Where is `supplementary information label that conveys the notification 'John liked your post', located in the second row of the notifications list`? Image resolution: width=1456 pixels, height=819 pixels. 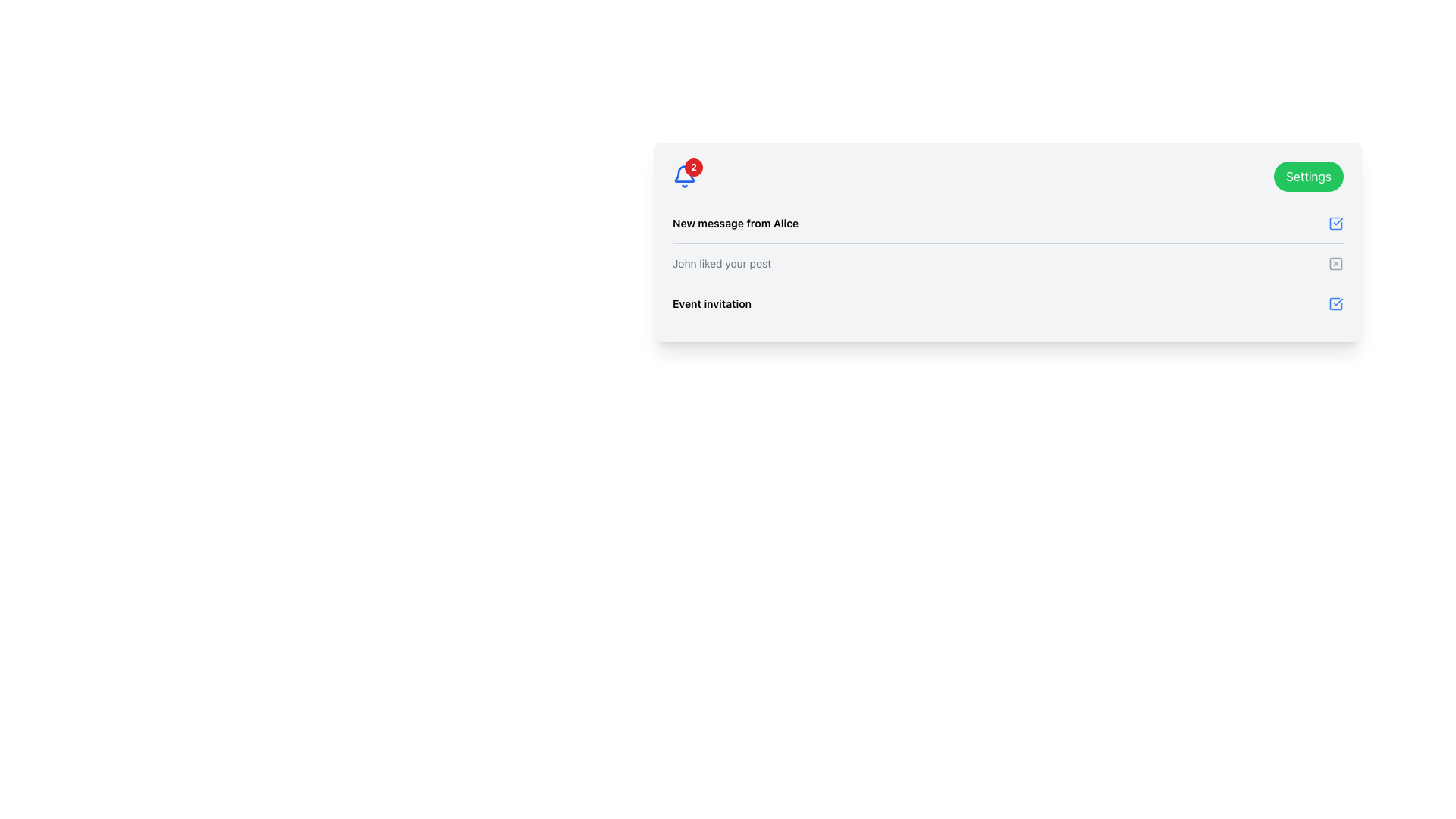
supplementary information label that conveys the notification 'John liked your post', located in the second row of the notifications list is located at coordinates (721, 262).